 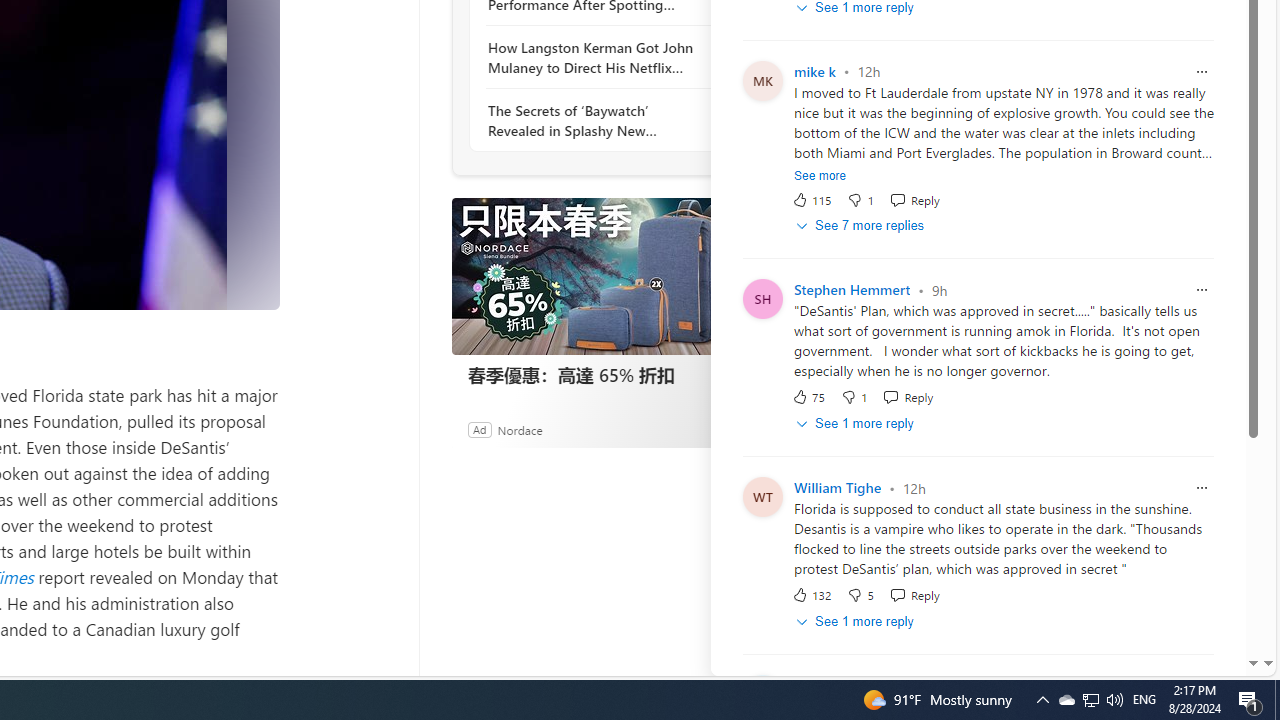 What do you see at coordinates (837, 488) in the screenshot?
I see `'William Tighe'` at bounding box center [837, 488].